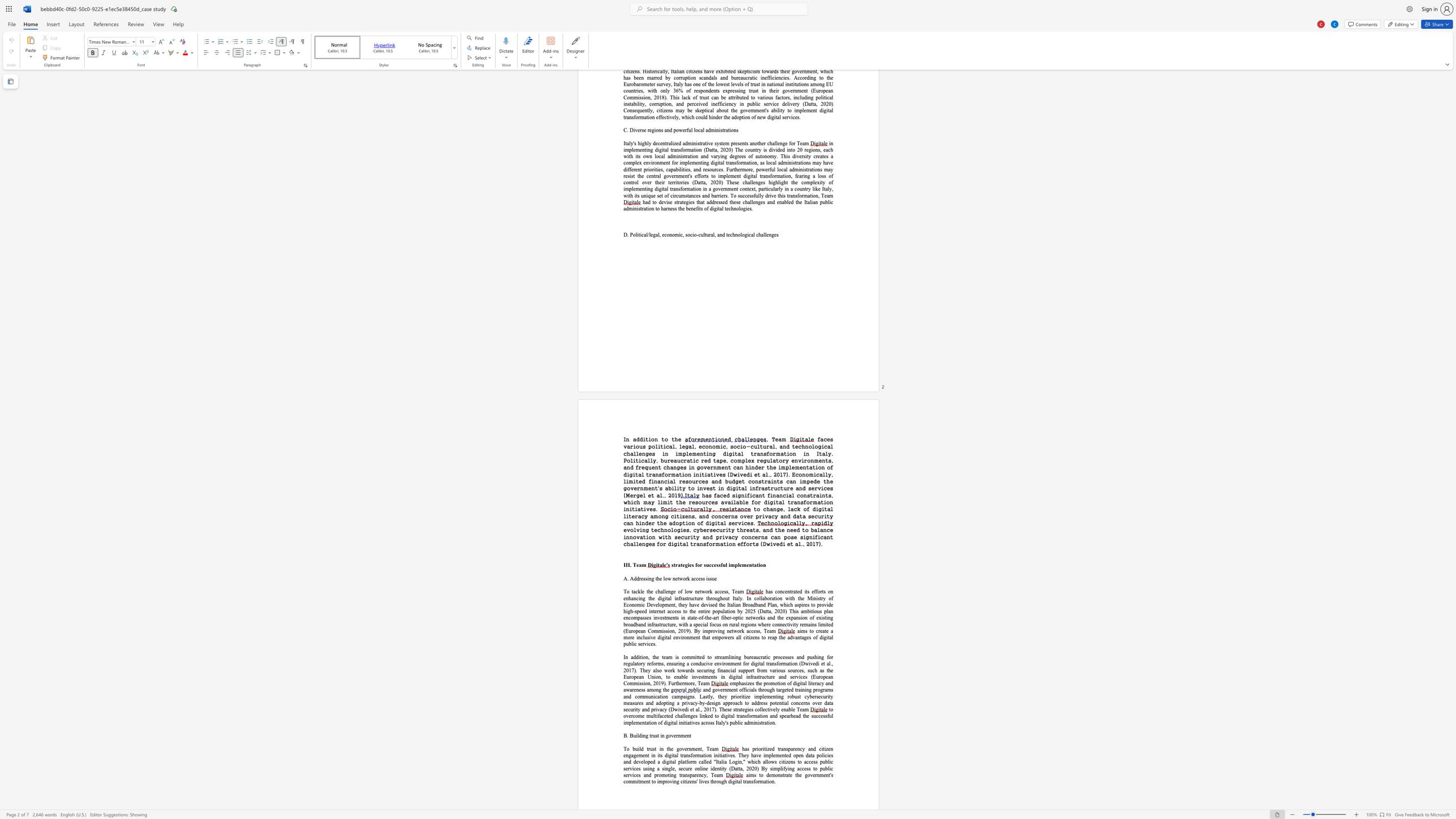  I want to click on the 4th character "e" in the text, so click(654, 638).